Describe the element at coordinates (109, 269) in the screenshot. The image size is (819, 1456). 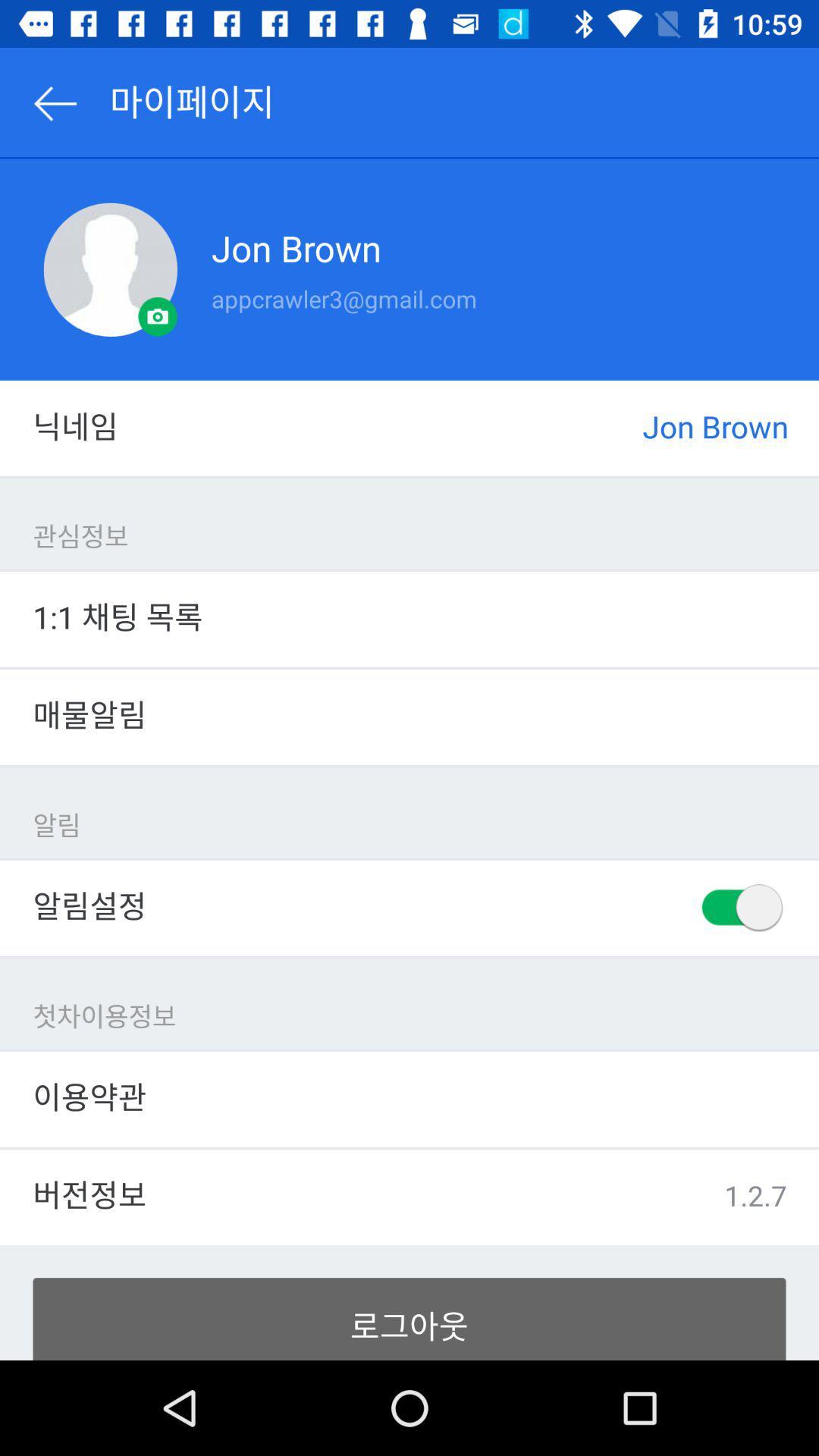
I see `the avatar icon` at that location.